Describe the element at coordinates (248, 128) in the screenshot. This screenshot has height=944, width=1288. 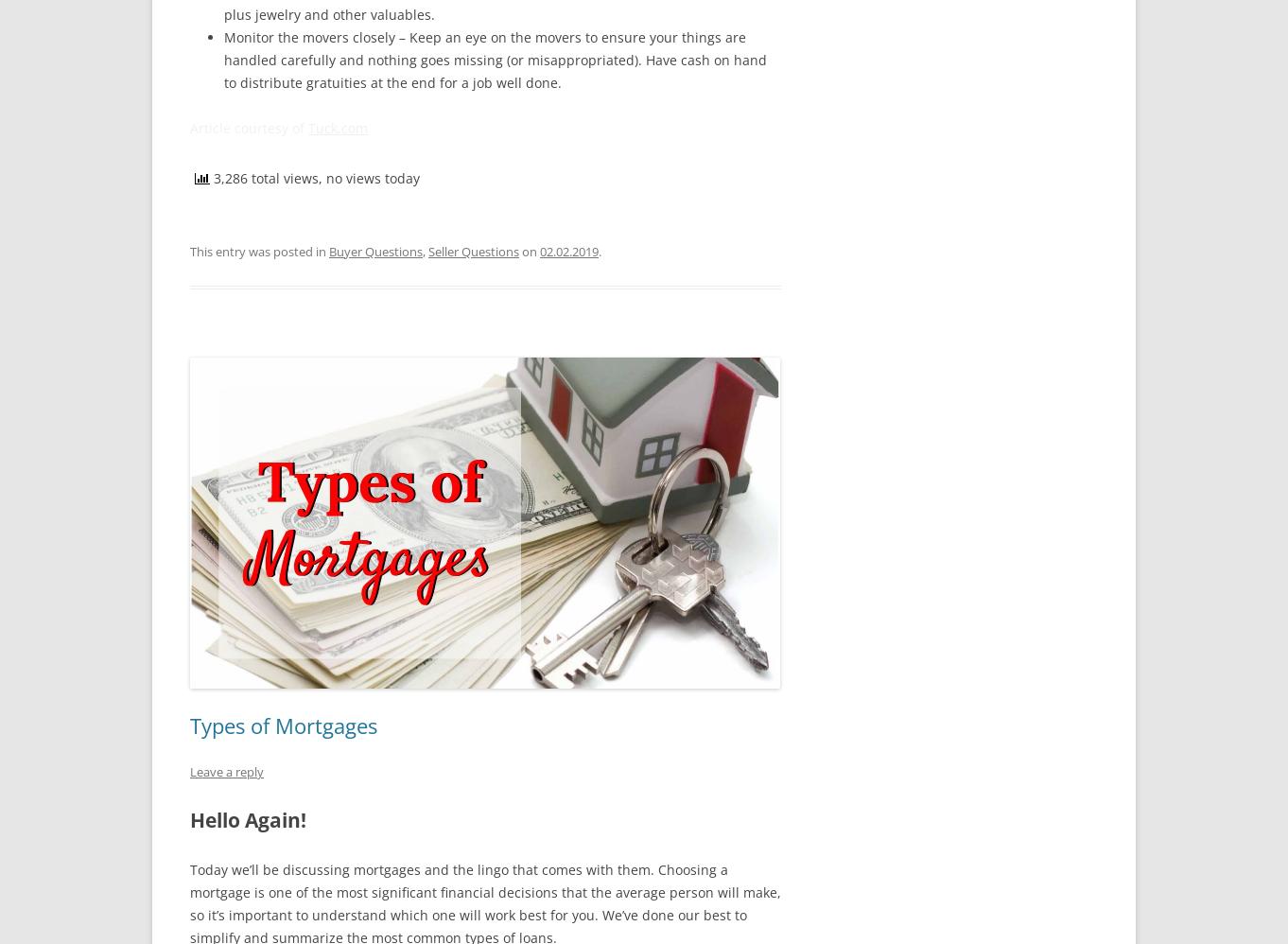
I see `'Article courtesy of'` at that location.